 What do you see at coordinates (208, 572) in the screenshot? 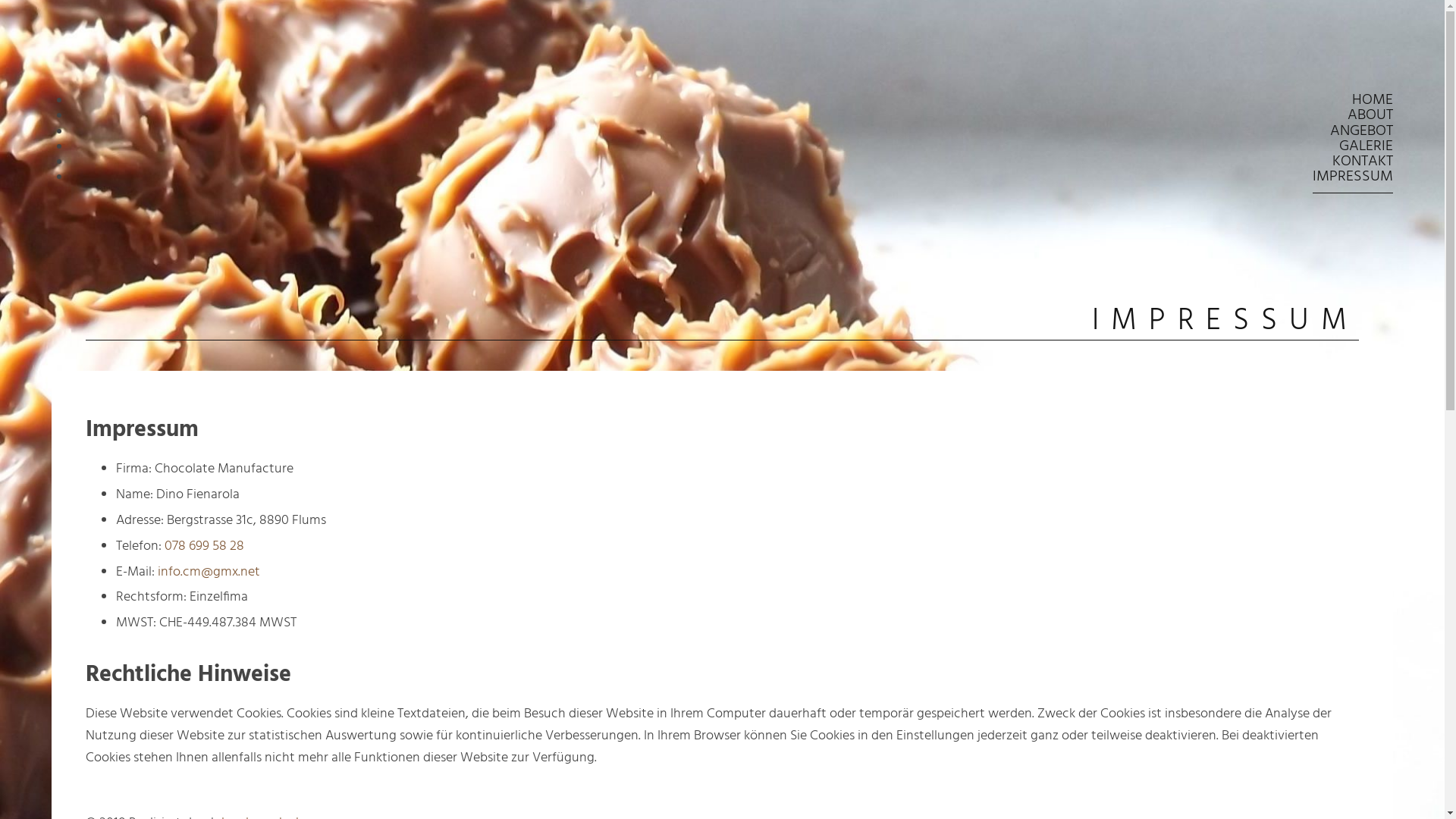
I see `'info.cm@gmx.net'` at bounding box center [208, 572].